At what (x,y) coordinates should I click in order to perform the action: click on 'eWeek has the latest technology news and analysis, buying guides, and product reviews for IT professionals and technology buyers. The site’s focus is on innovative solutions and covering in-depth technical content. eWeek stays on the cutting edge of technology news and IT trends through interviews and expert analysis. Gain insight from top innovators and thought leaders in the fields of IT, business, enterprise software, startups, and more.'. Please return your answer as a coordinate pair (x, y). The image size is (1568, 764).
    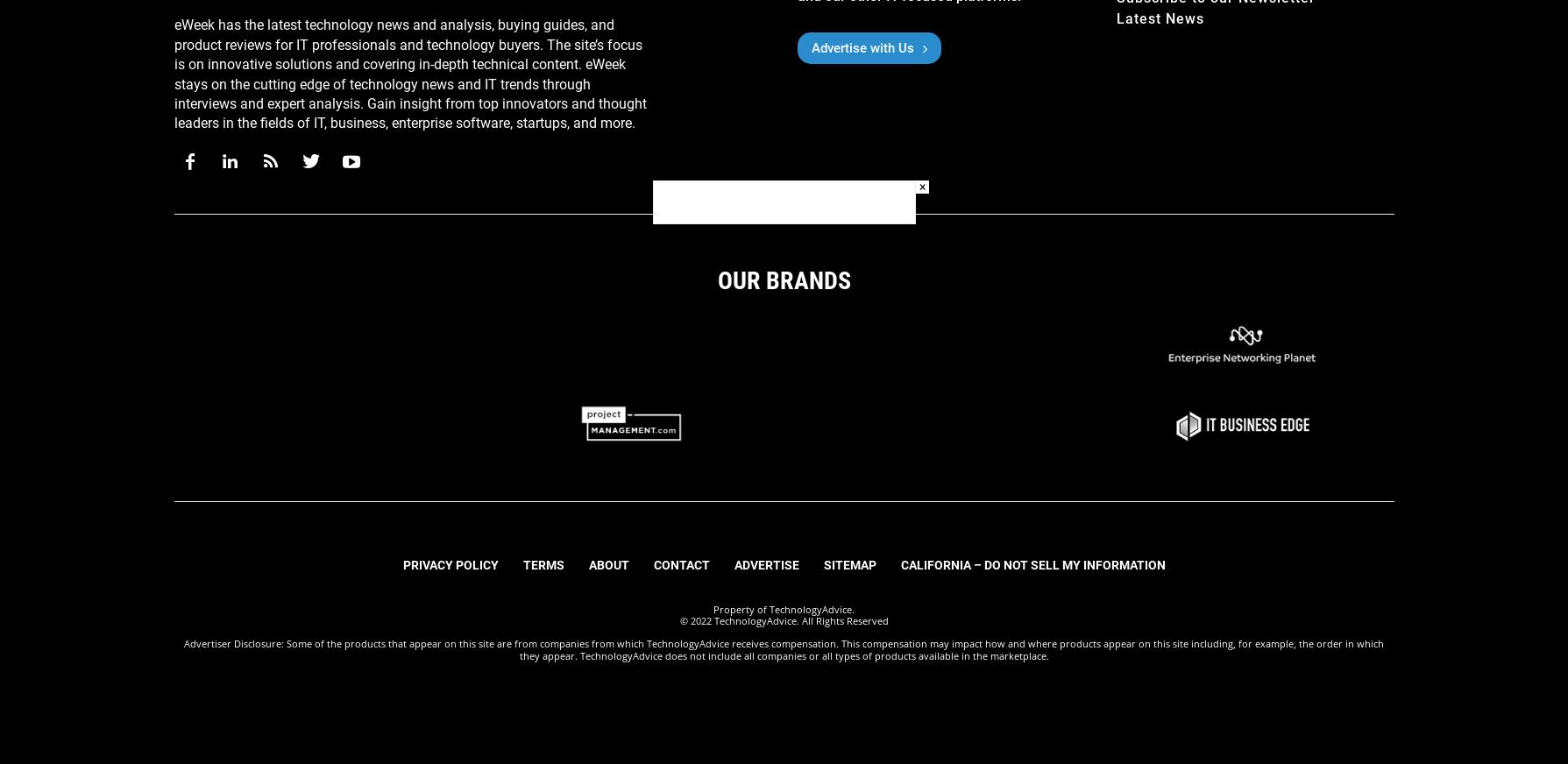
    Looking at the image, I should click on (408, 73).